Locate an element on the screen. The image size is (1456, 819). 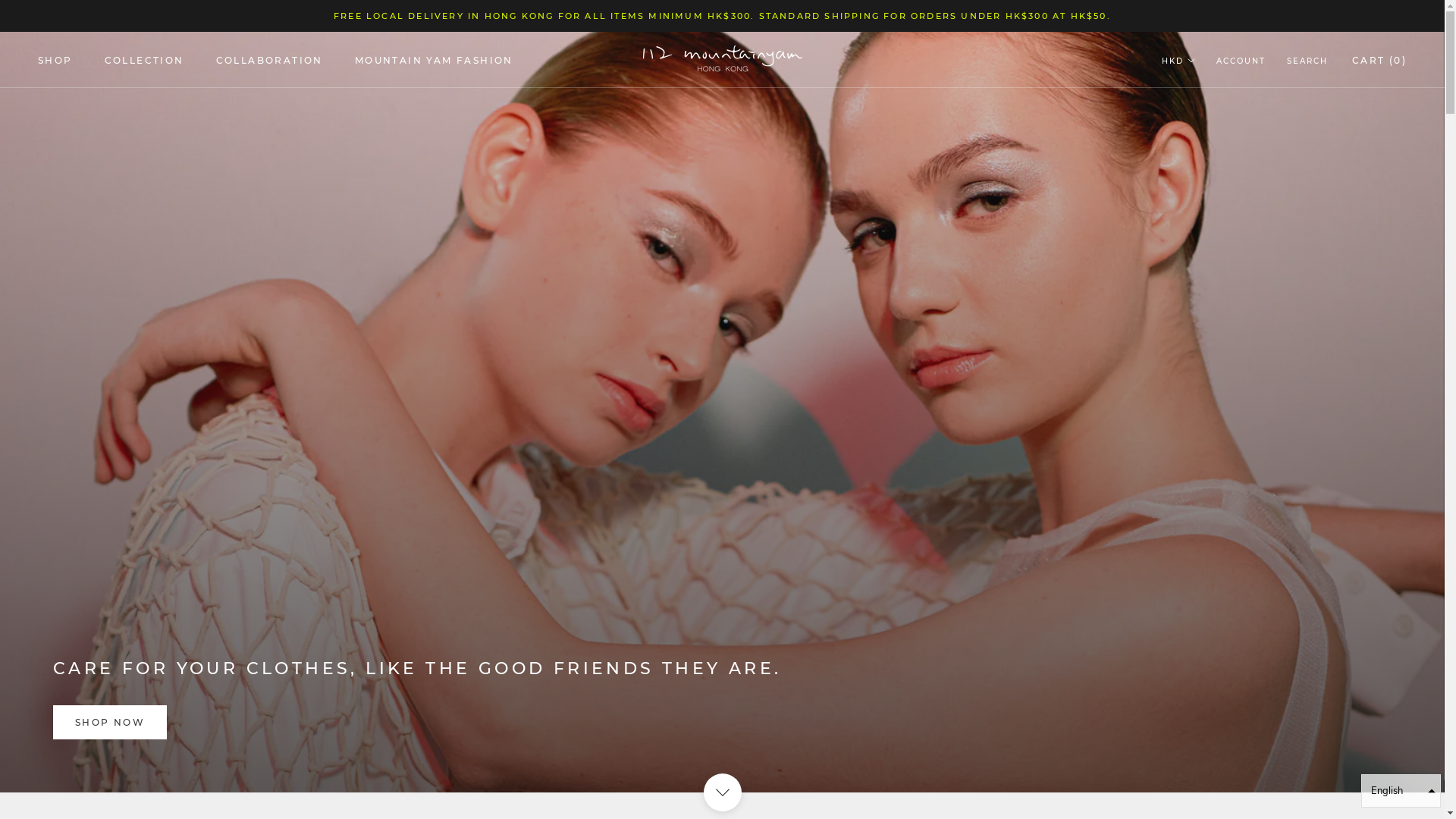
'SEARCH' is located at coordinates (1306, 61).